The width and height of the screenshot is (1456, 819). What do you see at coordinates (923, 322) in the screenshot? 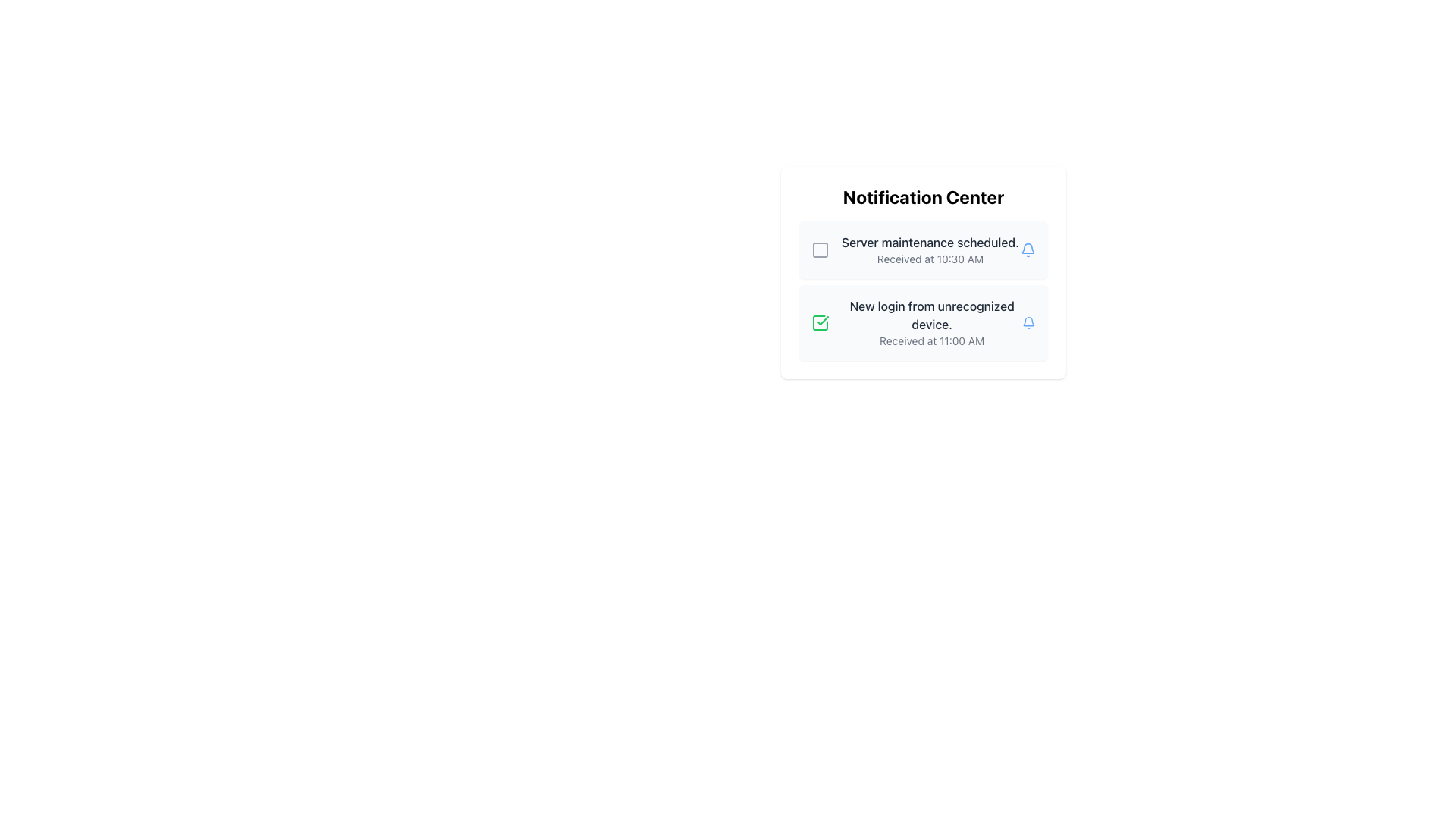
I see `the Notification Card that displays the title 'New login from unrecognized device.' and the timestamp 'Received at 11:00 AM.'` at bounding box center [923, 322].